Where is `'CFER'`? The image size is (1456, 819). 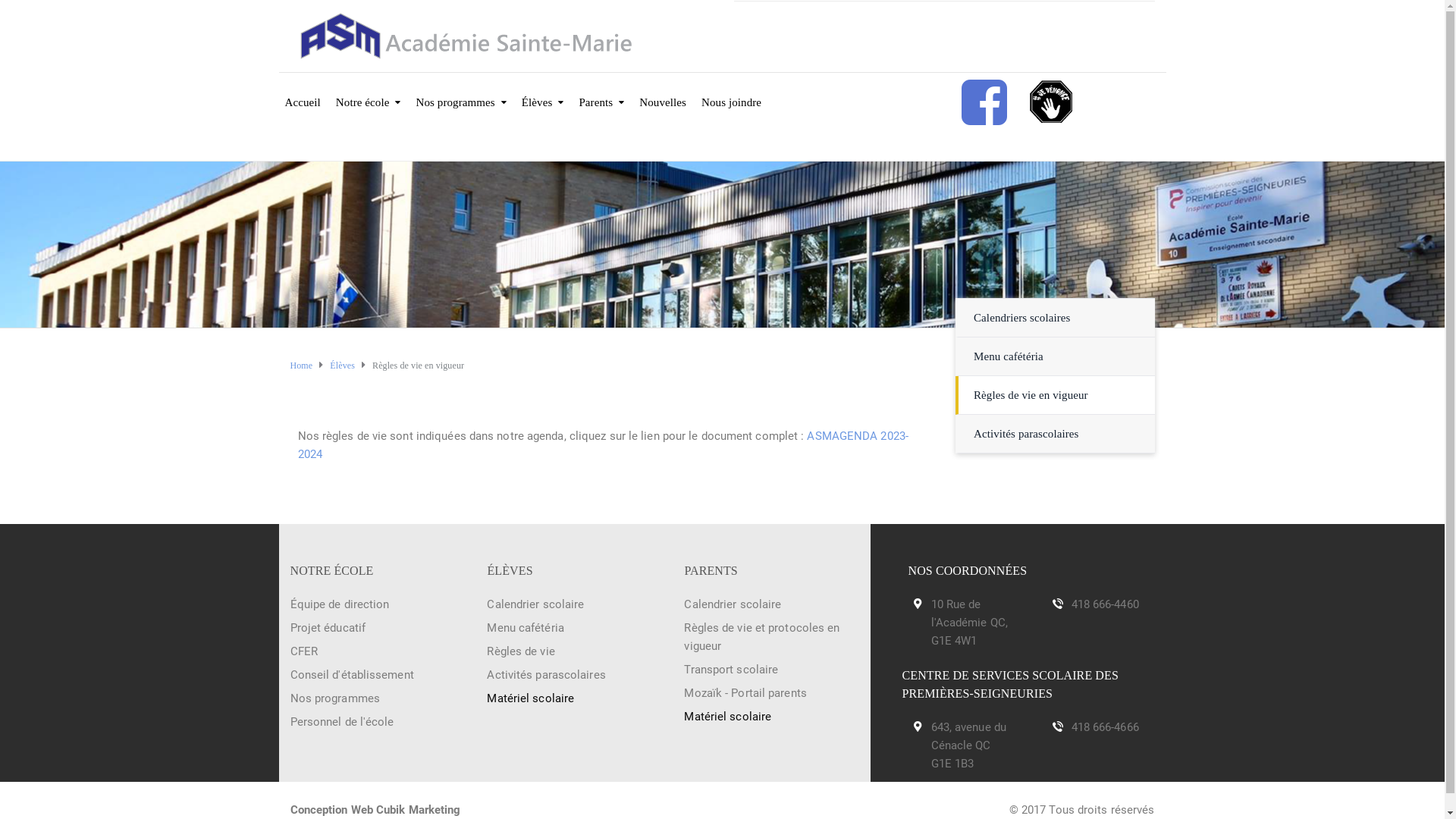 'CFER' is located at coordinates (303, 651).